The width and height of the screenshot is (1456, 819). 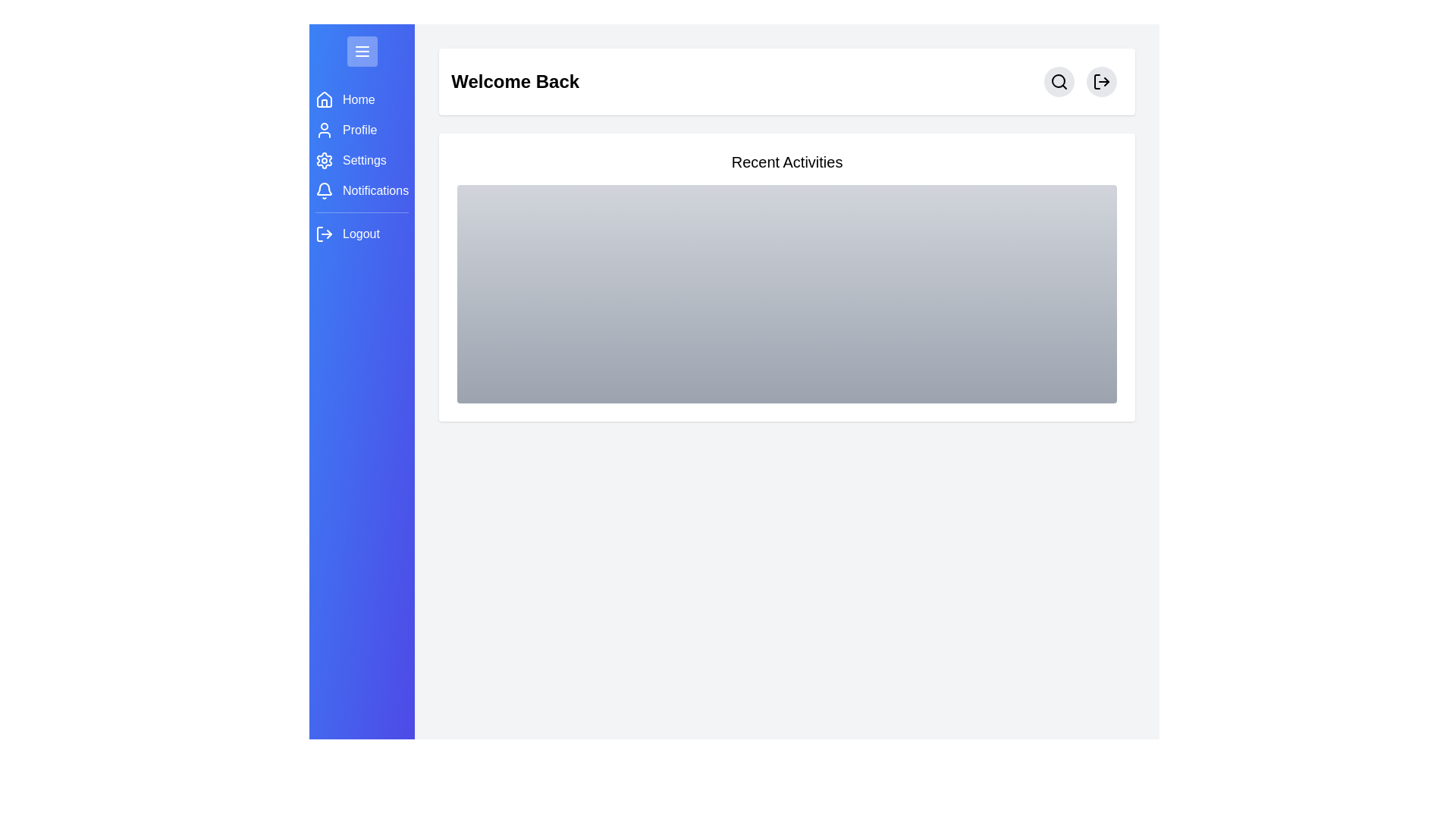 I want to click on the 'Settings' text label, which is styled in white sans-serif font and located in the vertical navigation menu next to a gear icon, so click(x=364, y=161).